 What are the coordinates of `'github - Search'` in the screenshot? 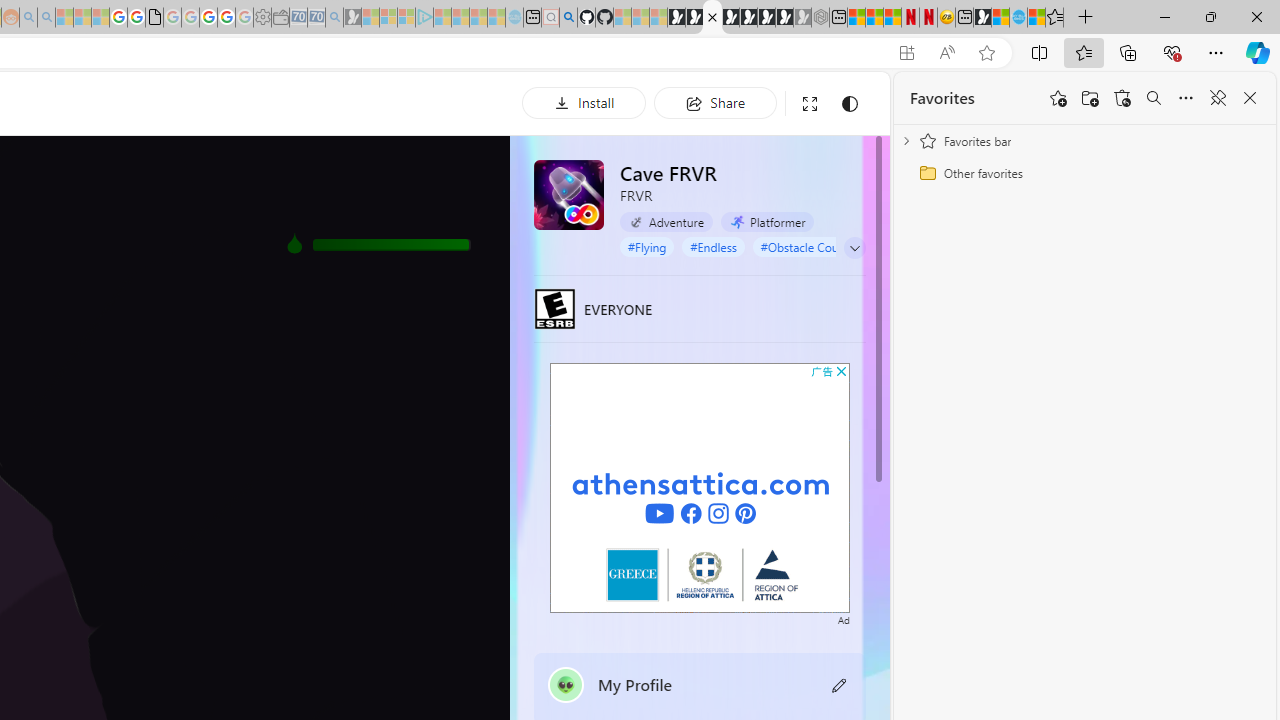 It's located at (567, 17).